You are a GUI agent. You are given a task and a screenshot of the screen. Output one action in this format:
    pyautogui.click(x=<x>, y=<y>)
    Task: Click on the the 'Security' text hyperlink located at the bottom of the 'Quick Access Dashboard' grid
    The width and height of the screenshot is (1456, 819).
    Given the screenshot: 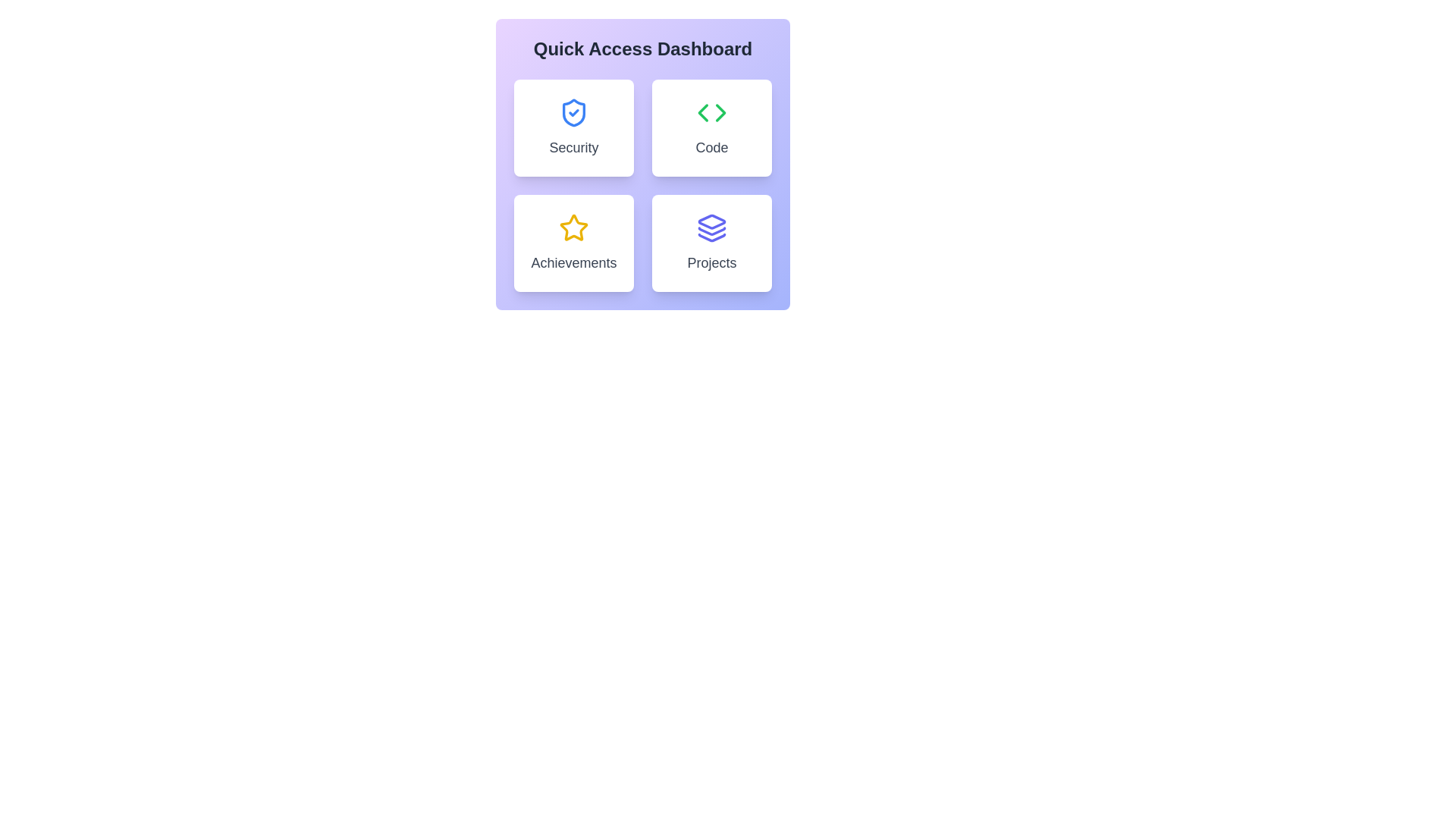 What is the action you would take?
    pyautogui.click(x=573, y=148)
    